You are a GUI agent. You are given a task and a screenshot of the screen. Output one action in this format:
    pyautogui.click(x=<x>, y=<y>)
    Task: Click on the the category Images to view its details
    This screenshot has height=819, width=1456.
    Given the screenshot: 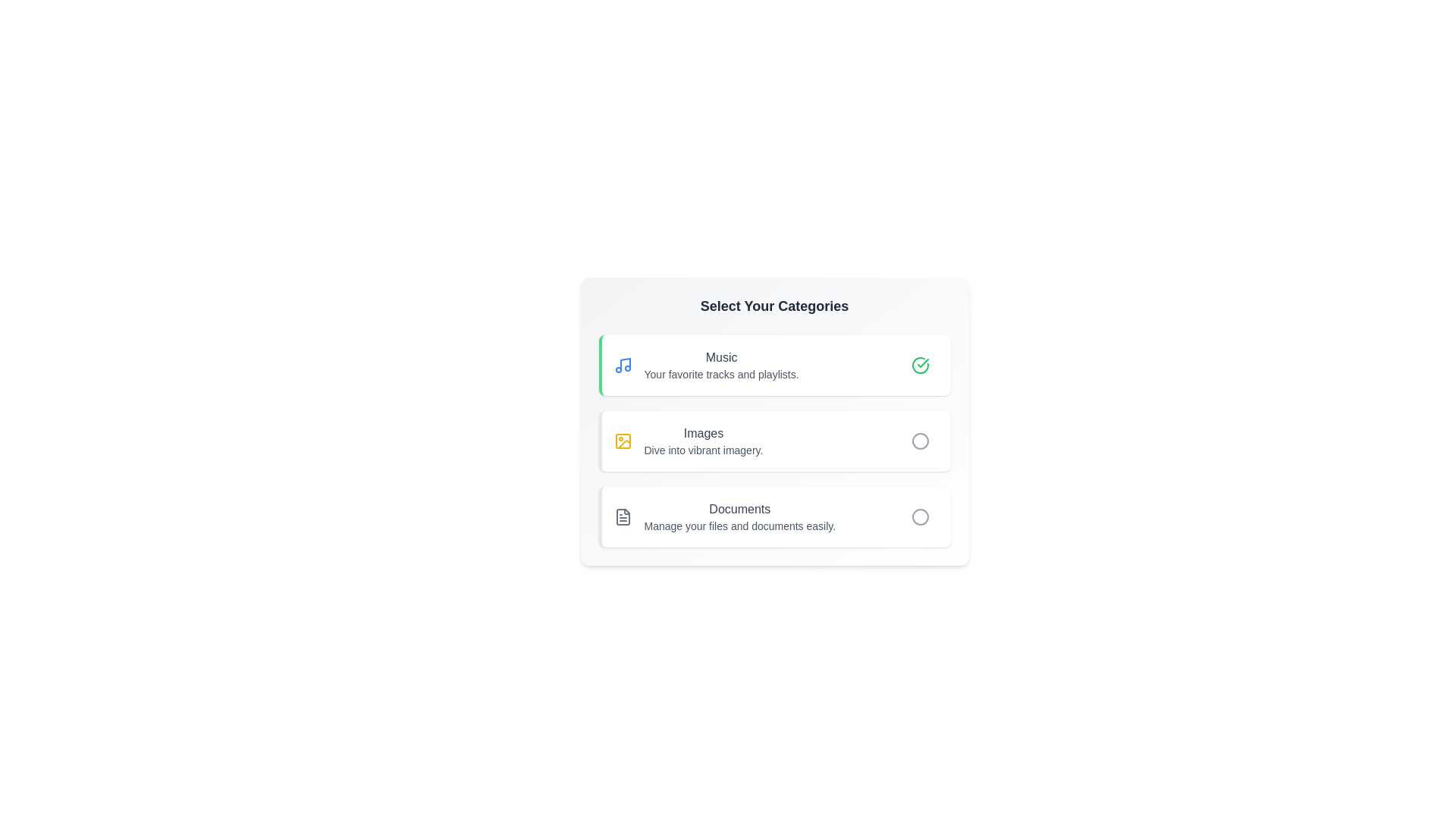 What is the action you would take?
    pyautogui.click(x=698, y=441)
    